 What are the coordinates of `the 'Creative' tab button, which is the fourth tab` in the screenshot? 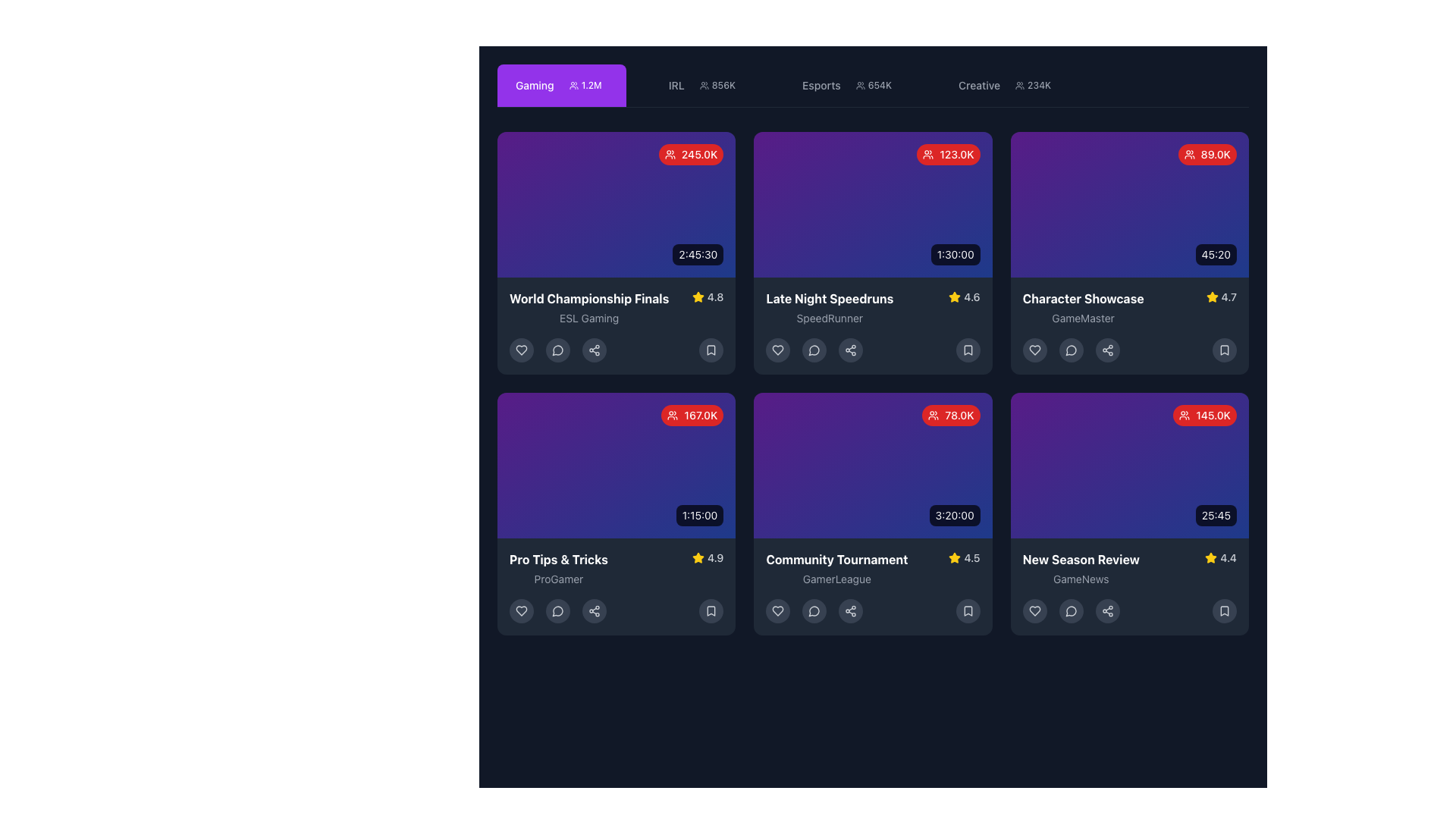 It's located at (1008, 85).